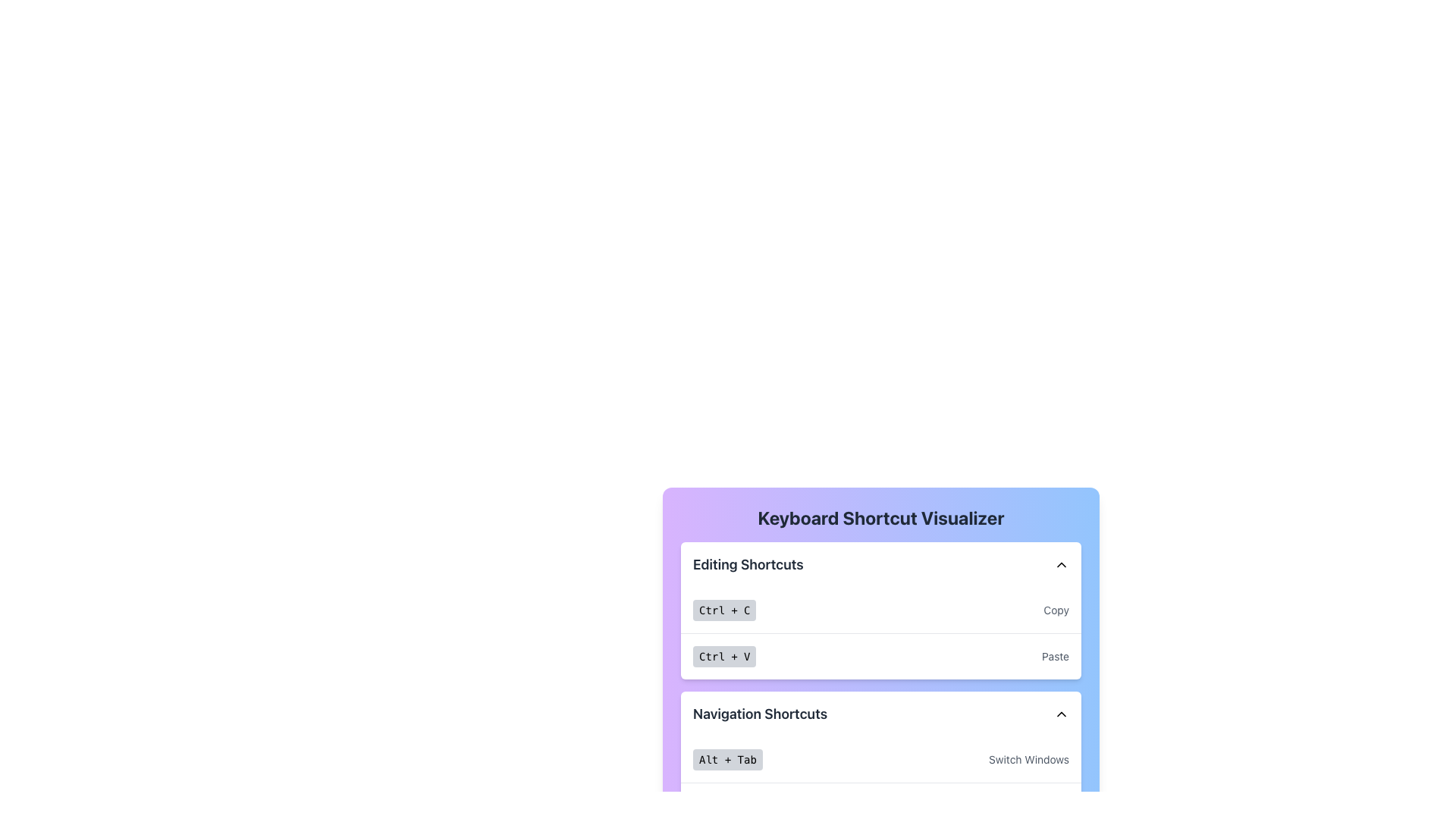 This screenshot has width=1456, height=819. Describe the element at coordinates (880, 760) in the screenshot. I see `the descriptive UI element that describes the keyboard shortcut 'Alt + Tab' and its function 'Switch Windows', located in the middle section of the 'Navigation Shortcuts' category` at that location.